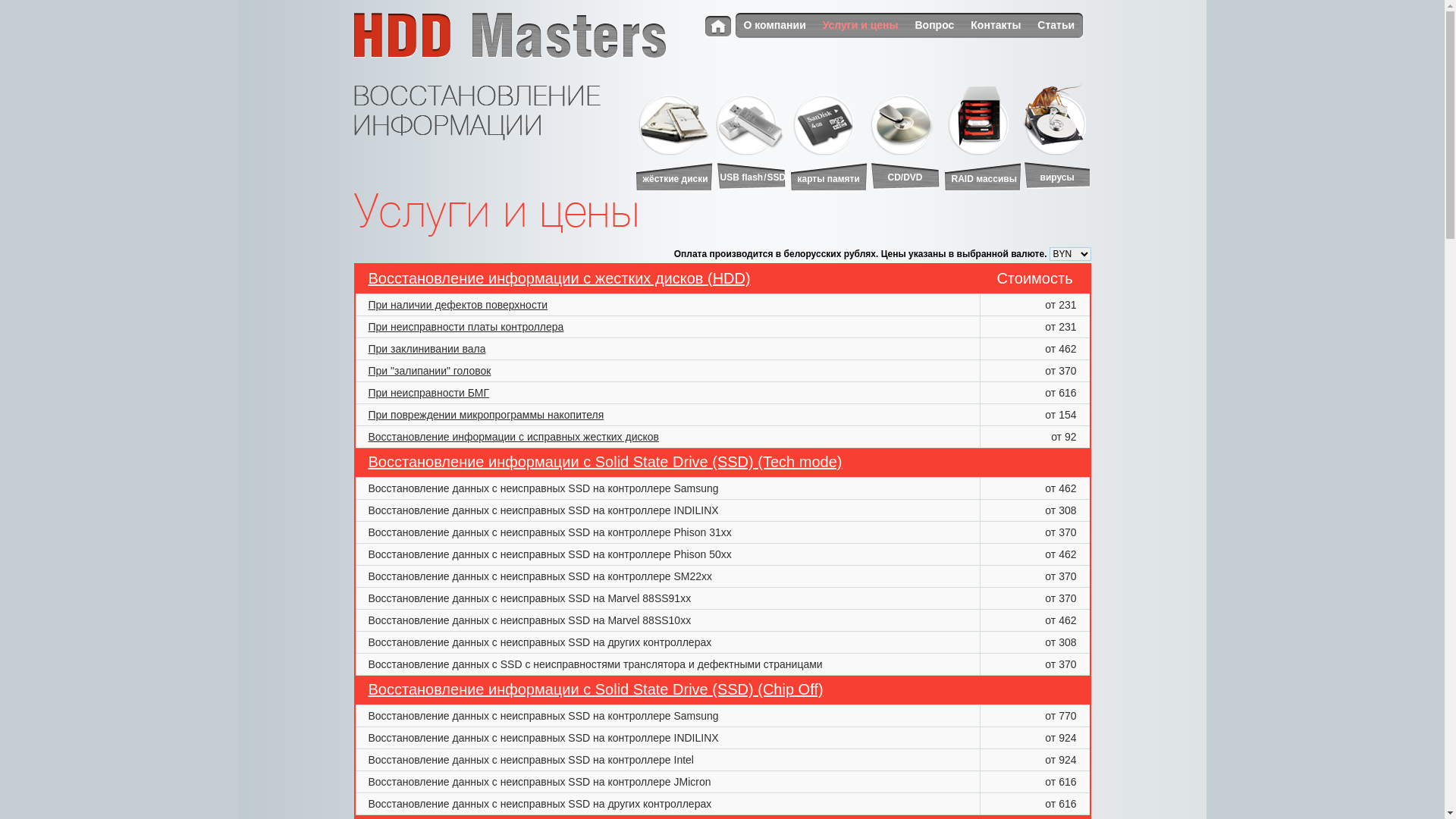 The height and width of the screenshot is (819, 1456). I want to click on 'HDD Masters', so click(509, 34).